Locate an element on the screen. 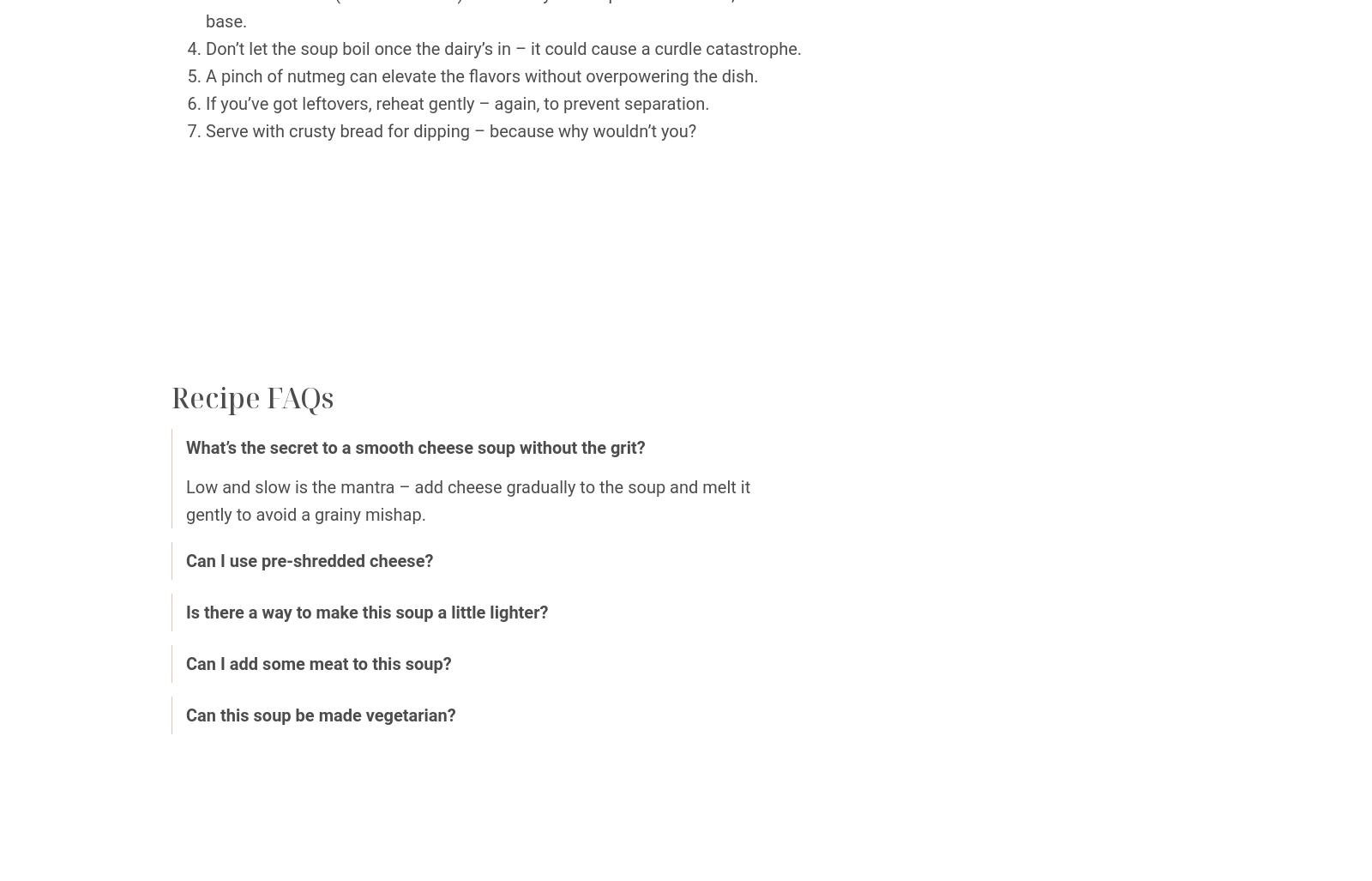 The height and width of the screenshot is (881, 1372). 'Recipe FAQs' is located at coordinates (252, 397).